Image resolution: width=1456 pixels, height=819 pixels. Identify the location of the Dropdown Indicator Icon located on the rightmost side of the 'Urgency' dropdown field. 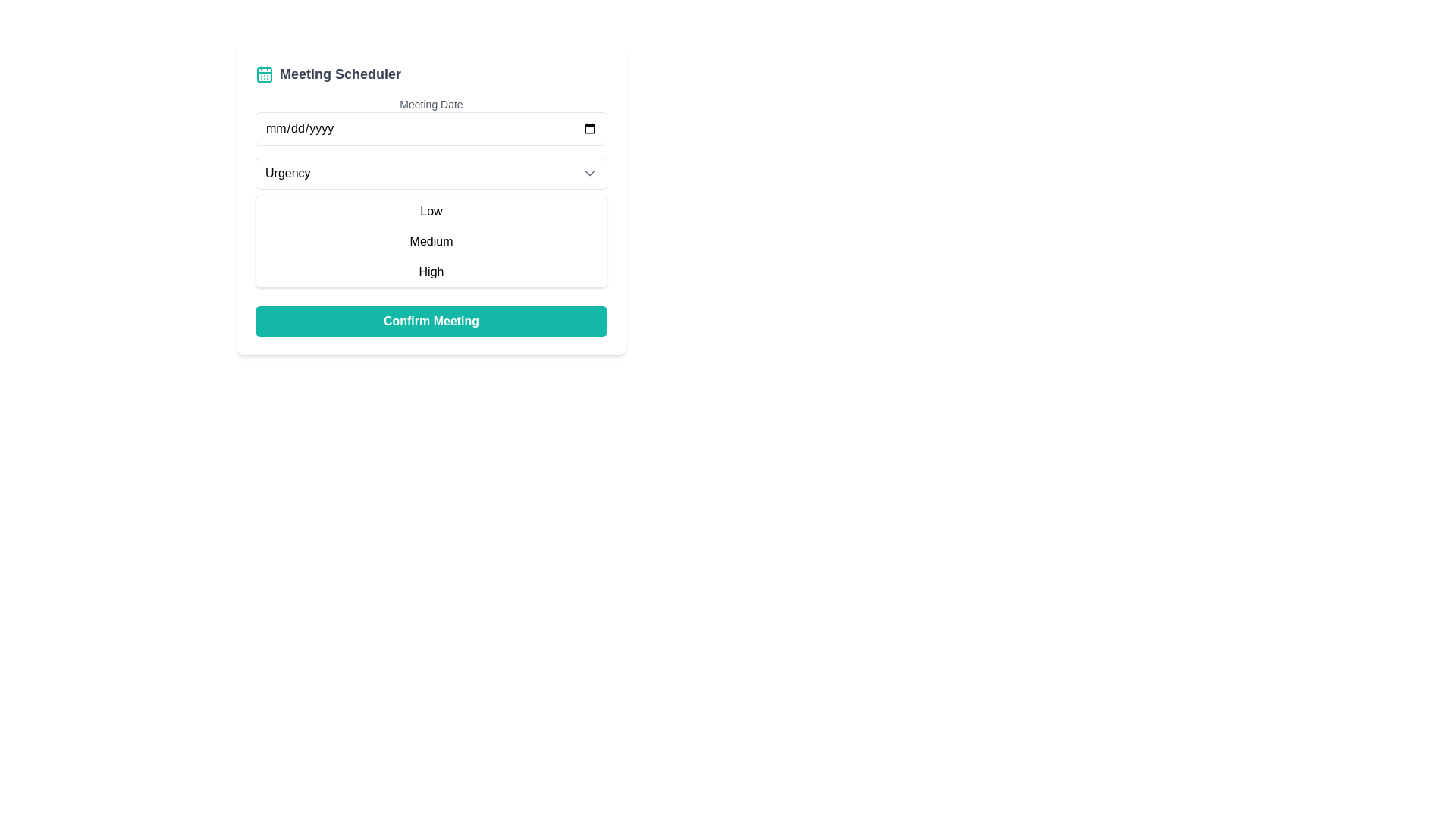
(588, 172).